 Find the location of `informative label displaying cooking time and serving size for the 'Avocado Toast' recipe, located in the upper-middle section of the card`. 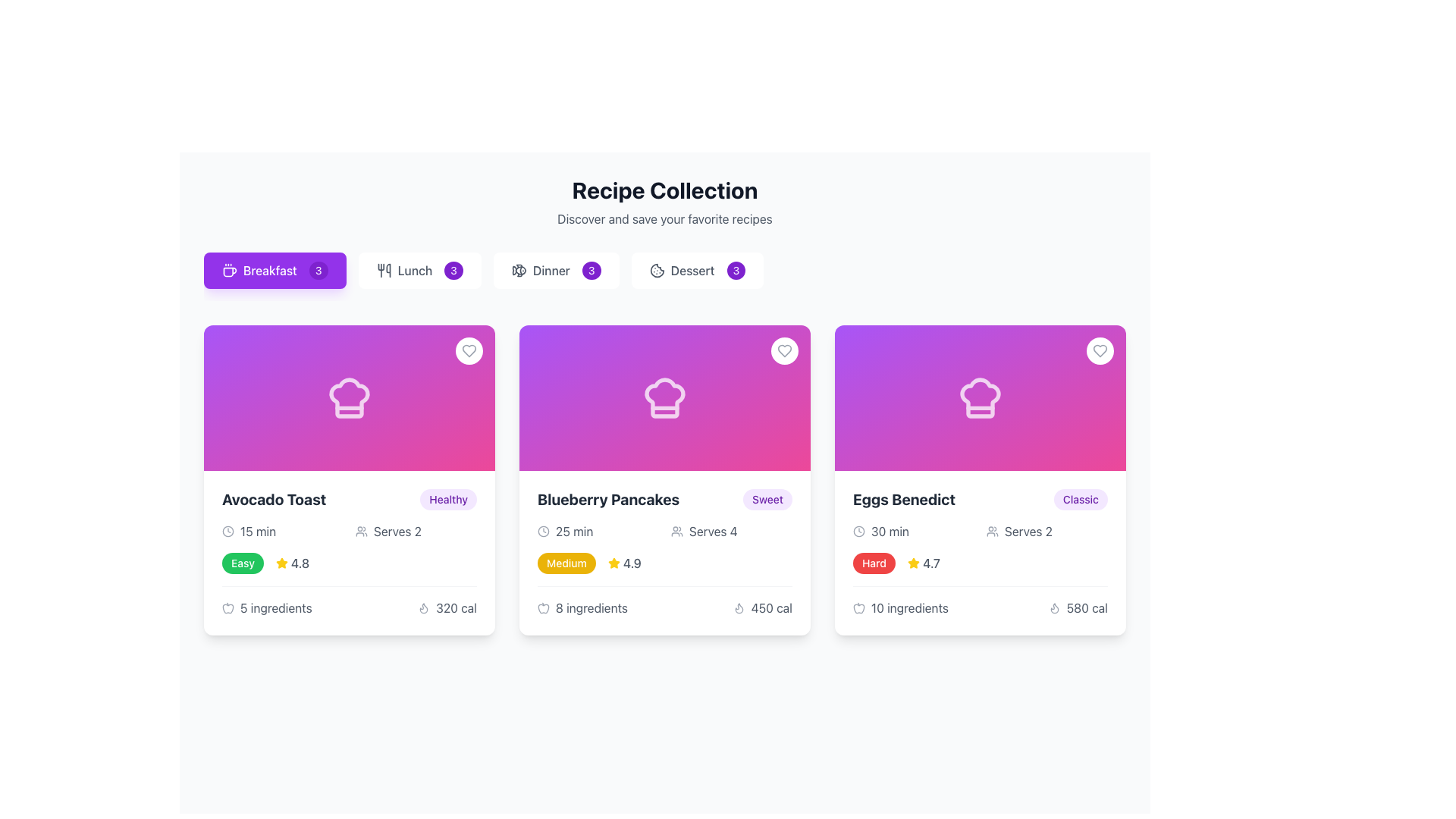

informative label displaying cooking time and serving size for the 'Avocado Toast' recipe, located in the upper-middle section of the card is located at coordinates (348, 531).